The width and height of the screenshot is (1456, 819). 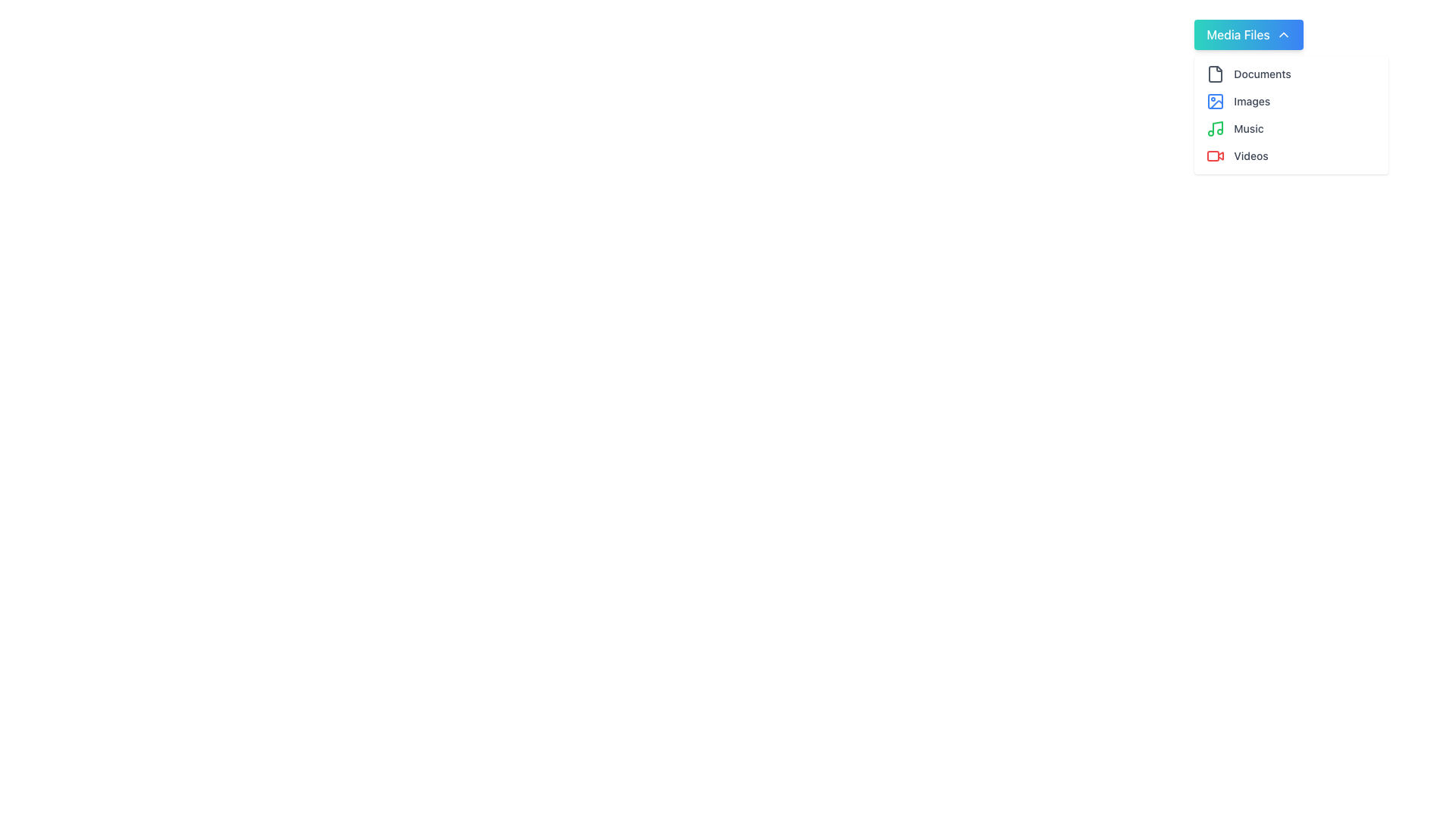 I want to click on the red camera icon in the dropdown menu next to the 'Videos' label, so click(x=1216, y=155).